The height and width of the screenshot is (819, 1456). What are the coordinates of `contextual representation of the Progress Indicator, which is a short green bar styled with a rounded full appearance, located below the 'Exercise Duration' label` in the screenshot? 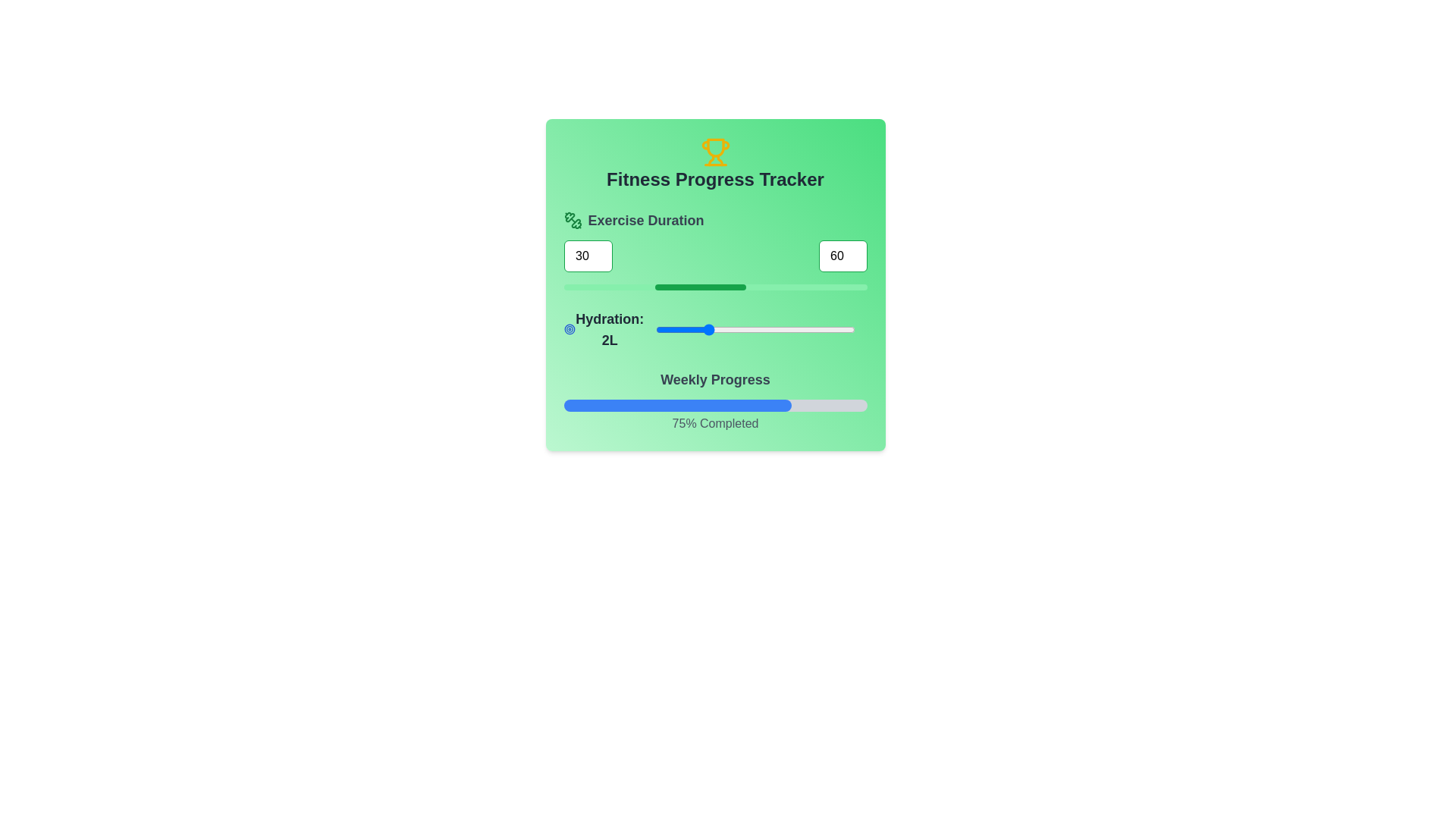 It's located at (699, 287).